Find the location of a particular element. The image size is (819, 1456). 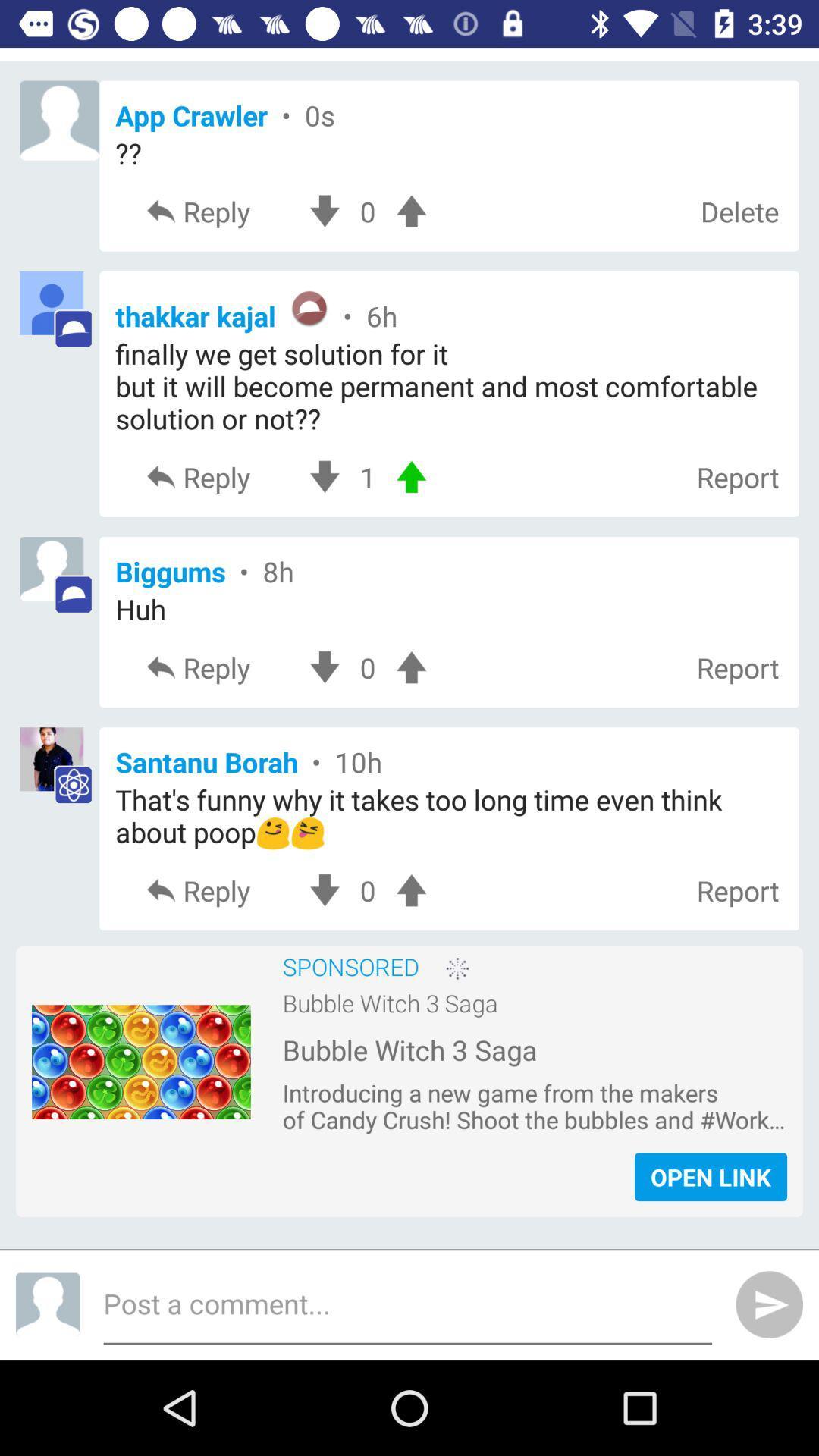

the text called delete is located at coordinates (739, 211).